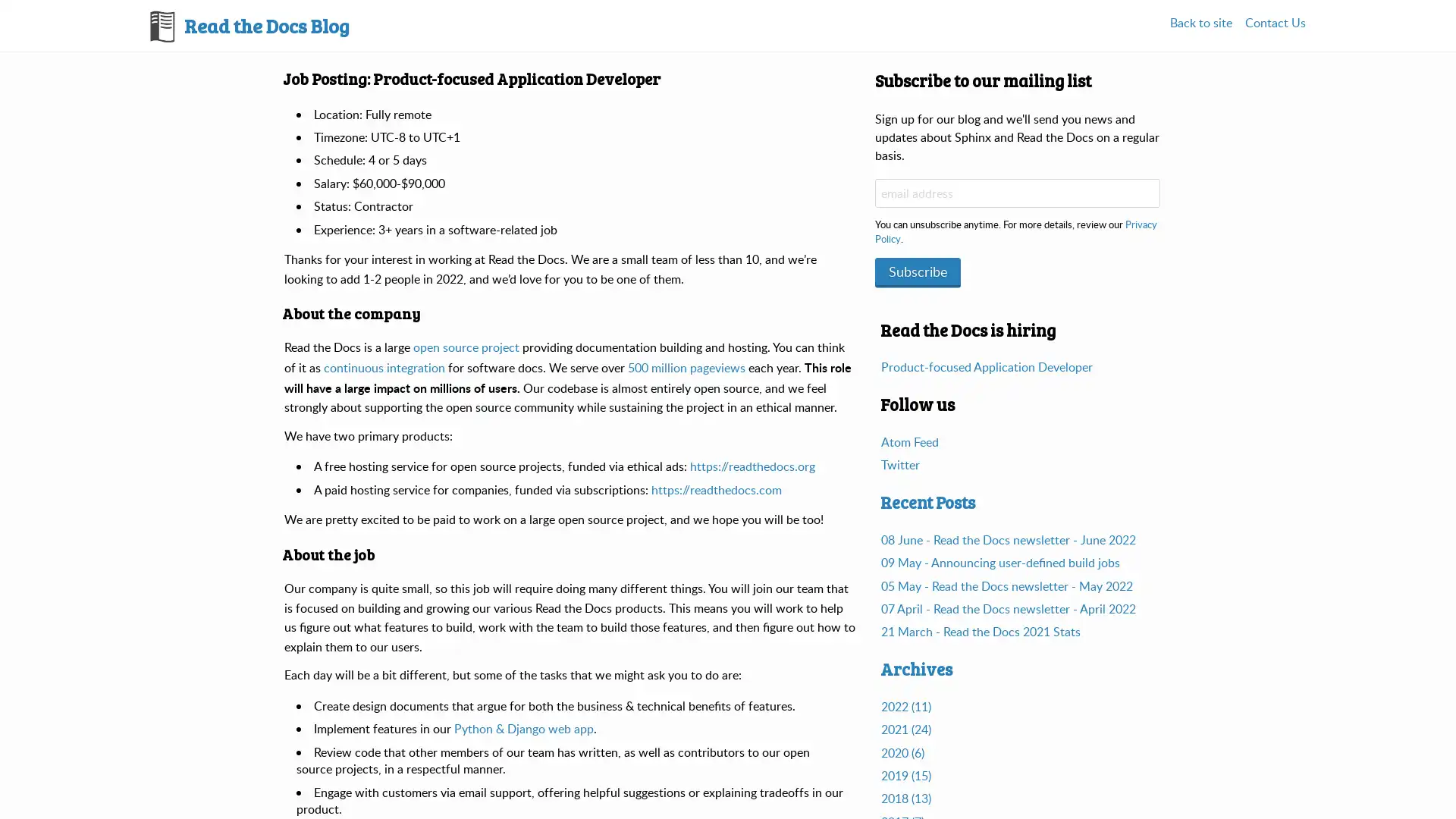 The image size is (1456, 819). What do you see at coordinates (917, 270) in the screenshot?
I see `Subscribe` at bounding box center [917, 270].